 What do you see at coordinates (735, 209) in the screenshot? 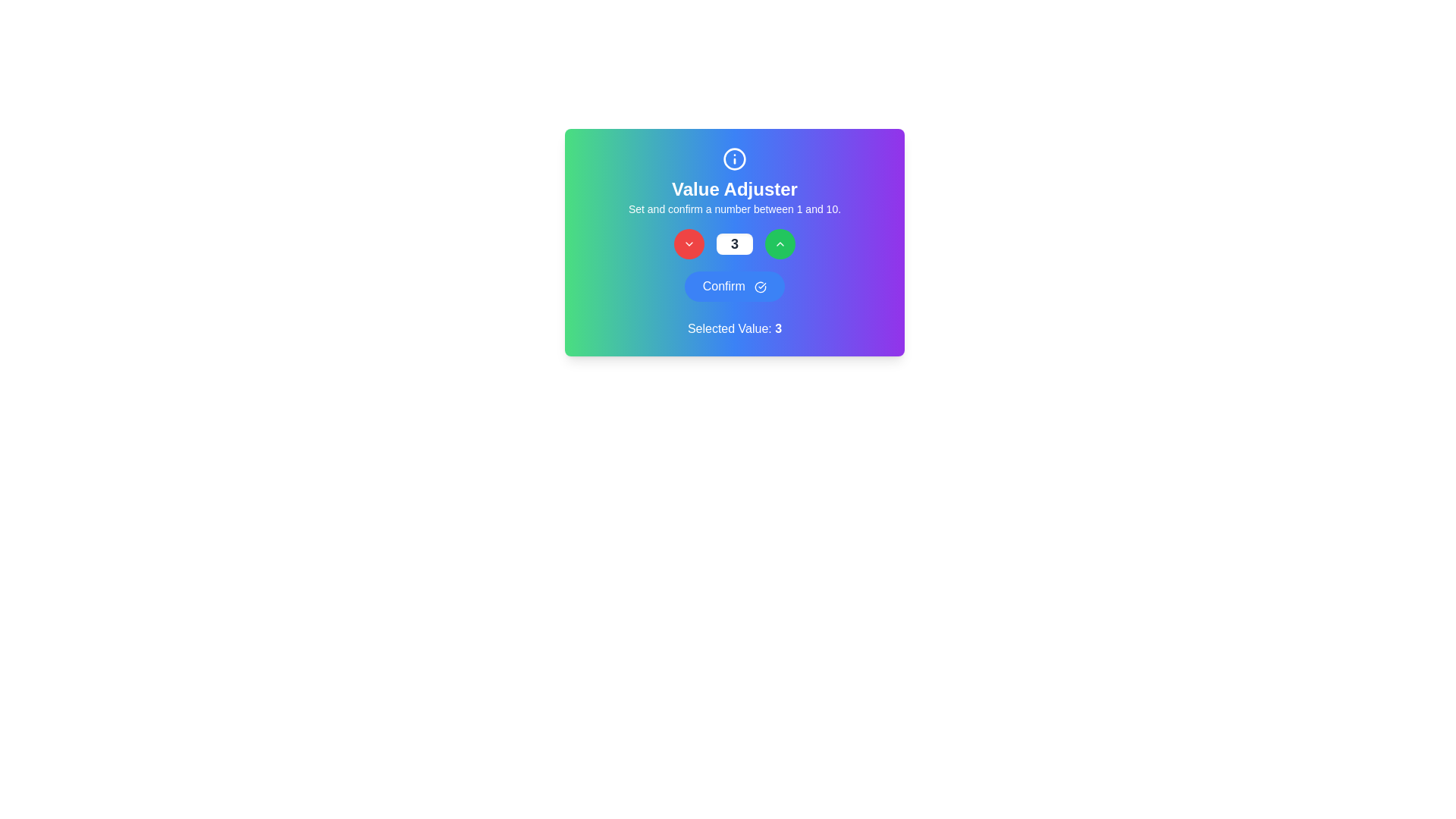
I see `the instructional text label that provides guidance for the number adjustment component, located beneath the 'Value Adjuster' heading` at bounding box center [735, 209].